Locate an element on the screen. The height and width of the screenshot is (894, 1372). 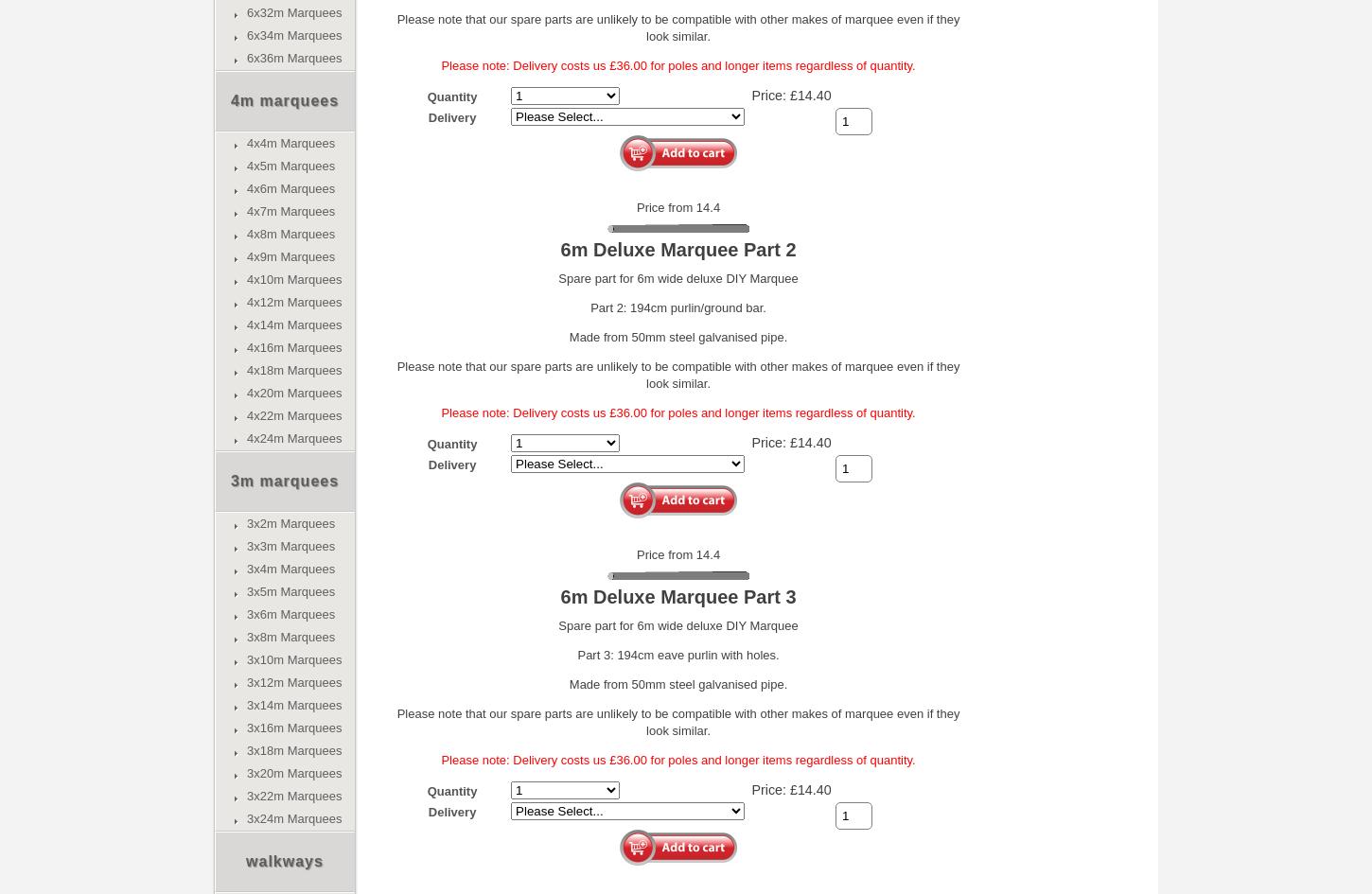
'3x4m Marquees' is located at coordinates (290, 569).